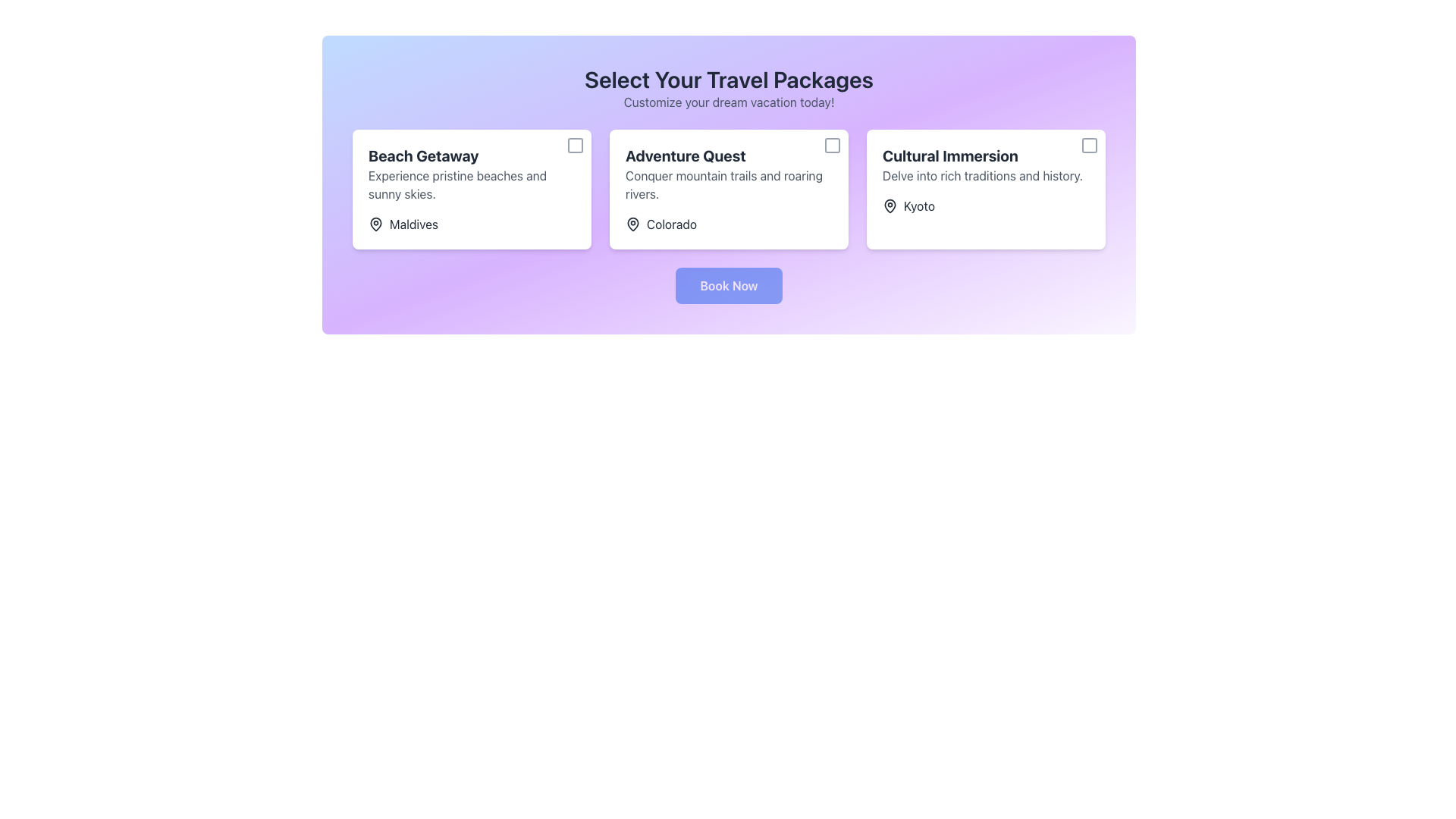 The width and height of the screenshot is (1456, 819). I want to click on the 'Adventure Quest' text block, which is the center card in a three-card layout, to interact with it if it is interactive, so click(729, 174).